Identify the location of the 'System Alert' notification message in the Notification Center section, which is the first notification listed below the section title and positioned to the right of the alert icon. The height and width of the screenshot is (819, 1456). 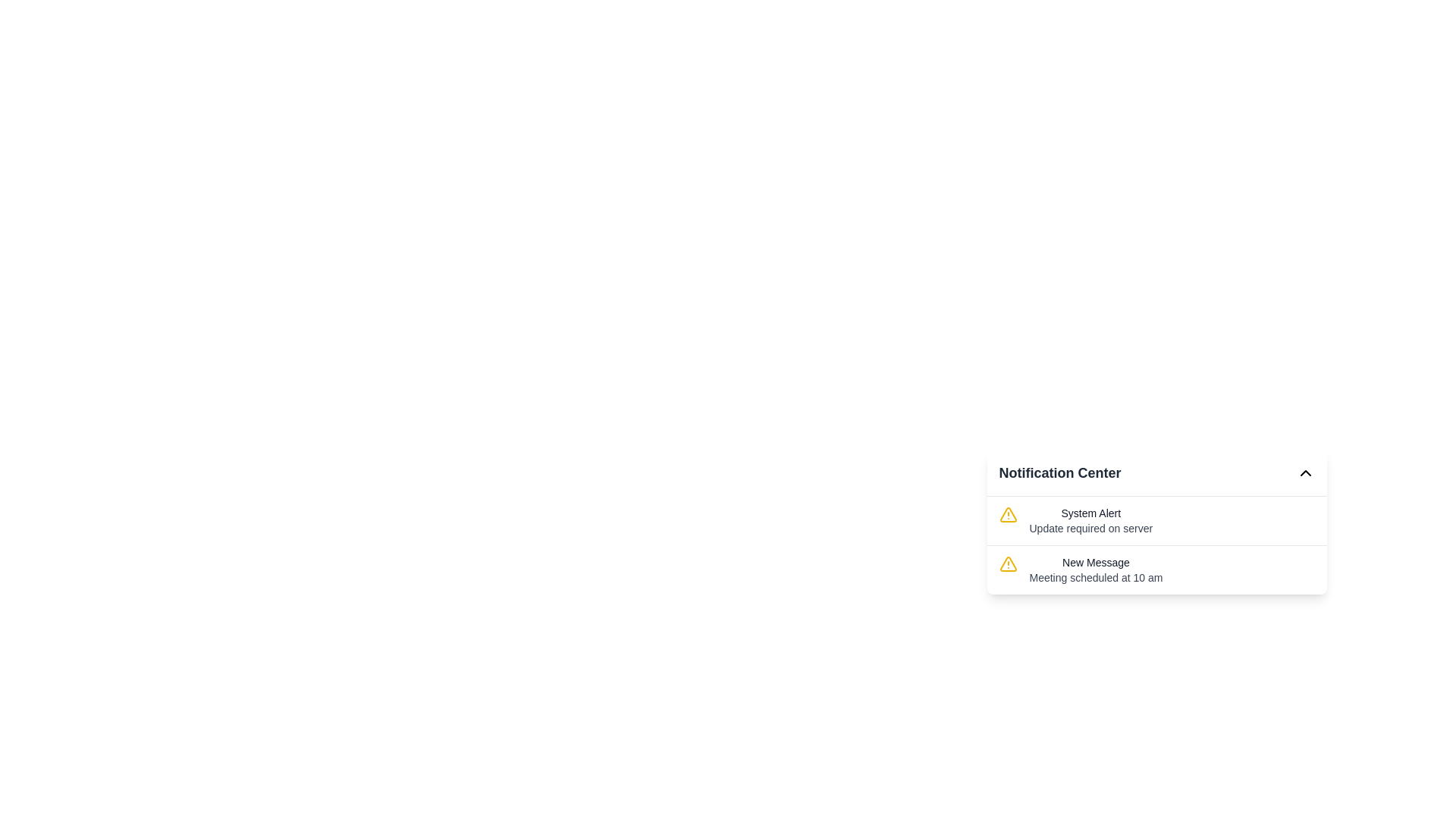
(1090, 519).